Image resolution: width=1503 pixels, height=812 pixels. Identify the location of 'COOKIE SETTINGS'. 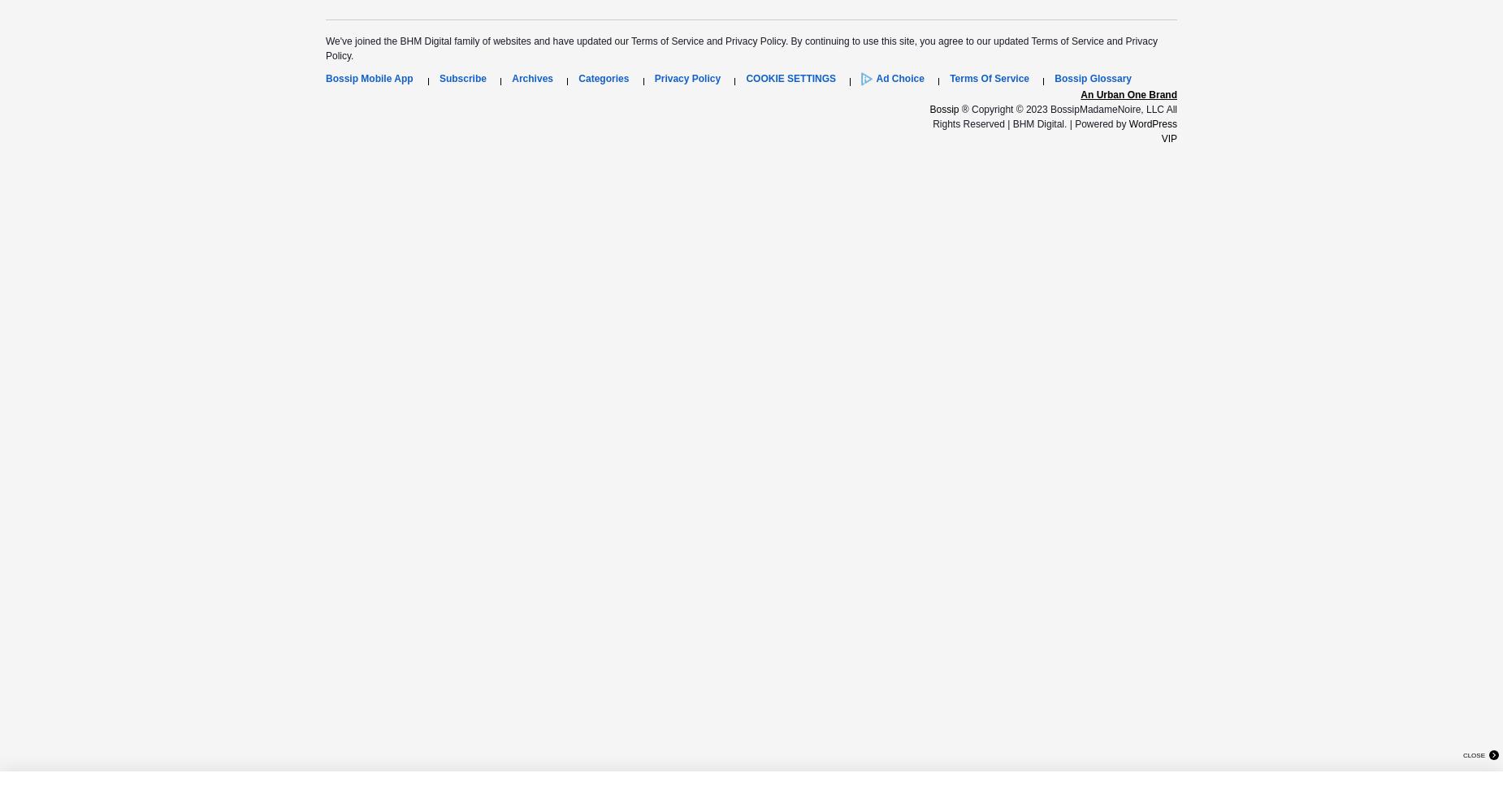
(790, 77).